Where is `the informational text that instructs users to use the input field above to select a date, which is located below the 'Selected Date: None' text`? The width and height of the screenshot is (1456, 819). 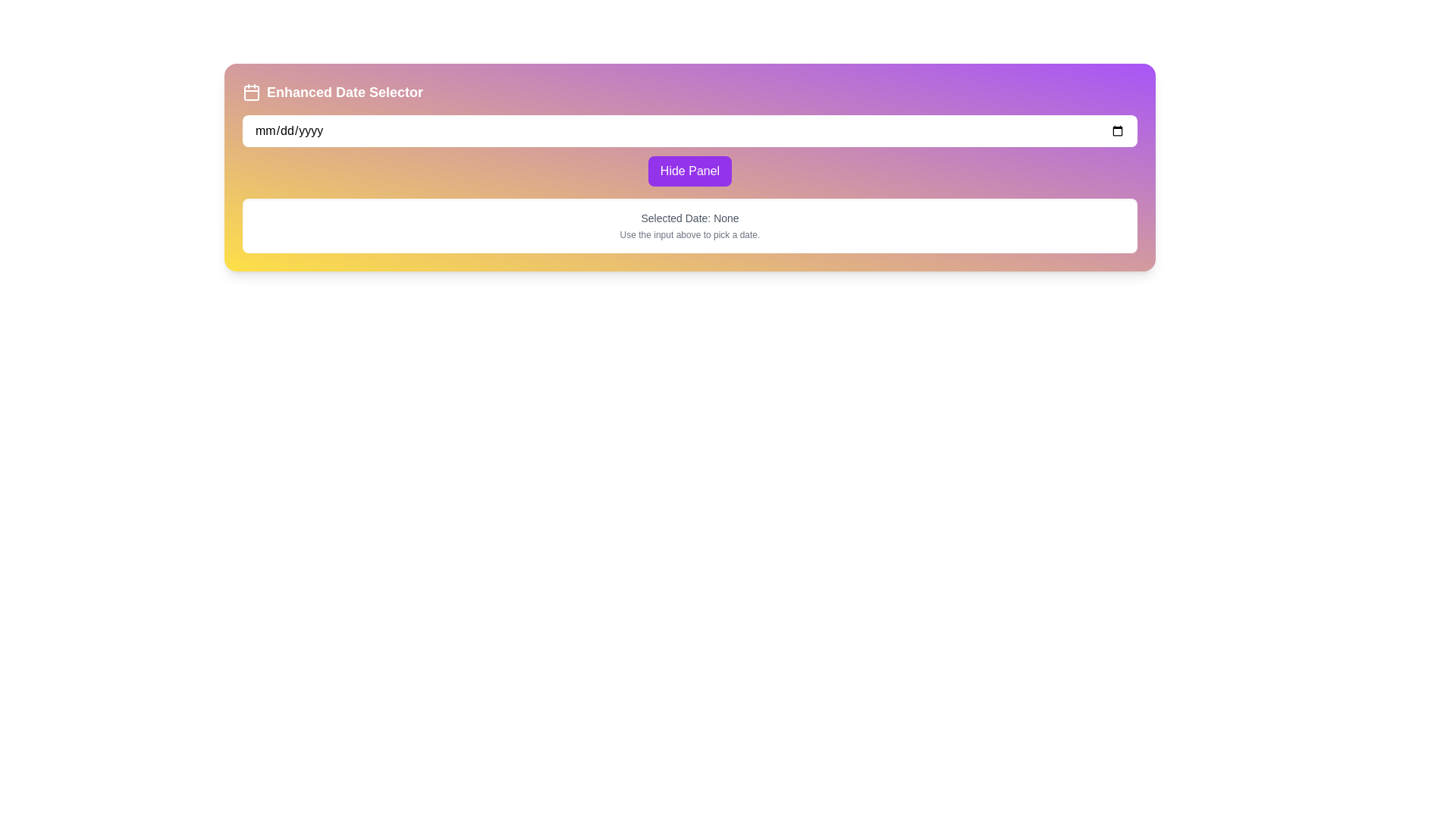
the informational text that instructs users to use the input field above to select a date, which is located below the 'Selected Date: None' text is located at coordinates (689, 234).